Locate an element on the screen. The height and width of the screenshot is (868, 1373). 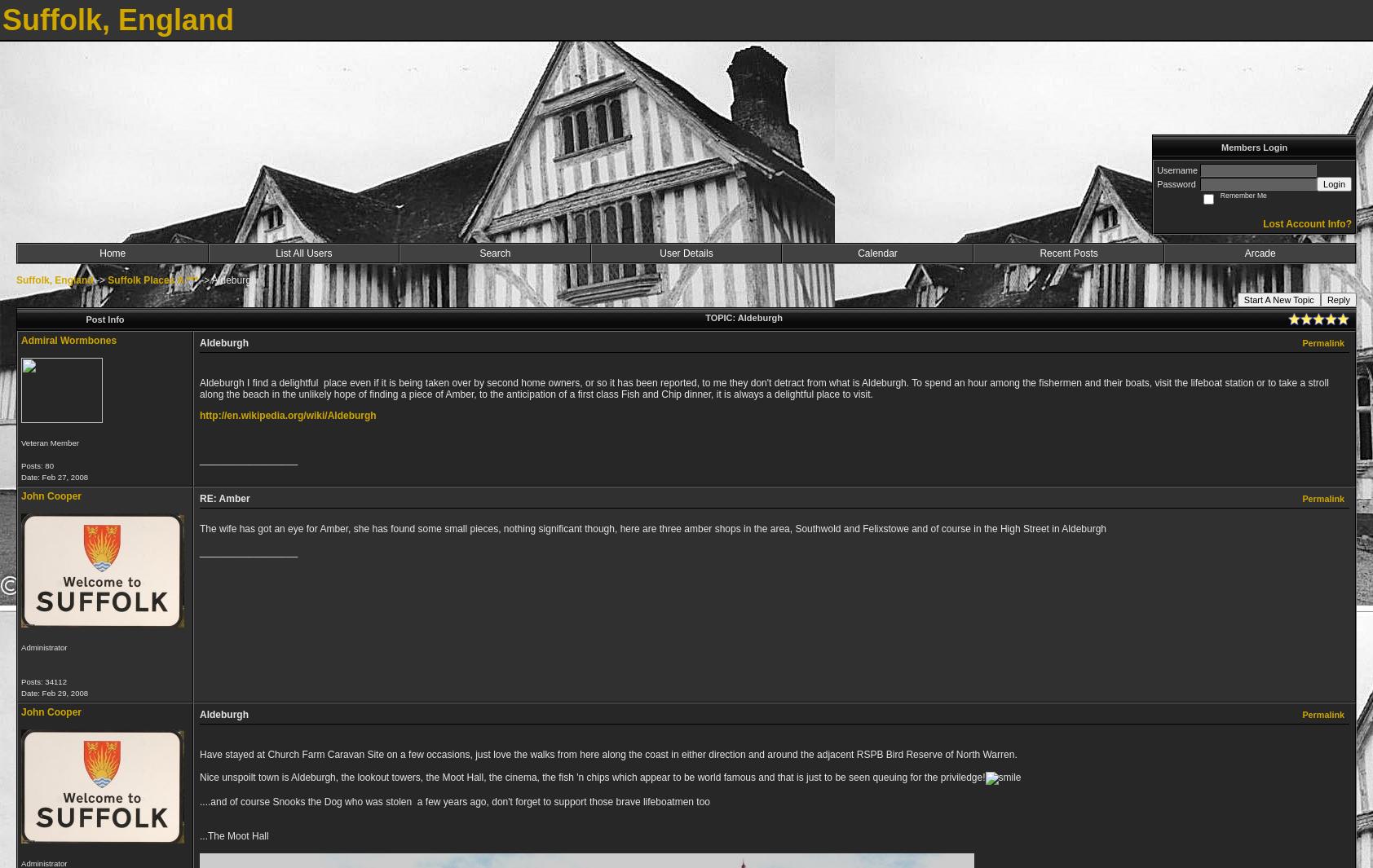
'Start A New Topic' is located at coordinates (1278, 298).